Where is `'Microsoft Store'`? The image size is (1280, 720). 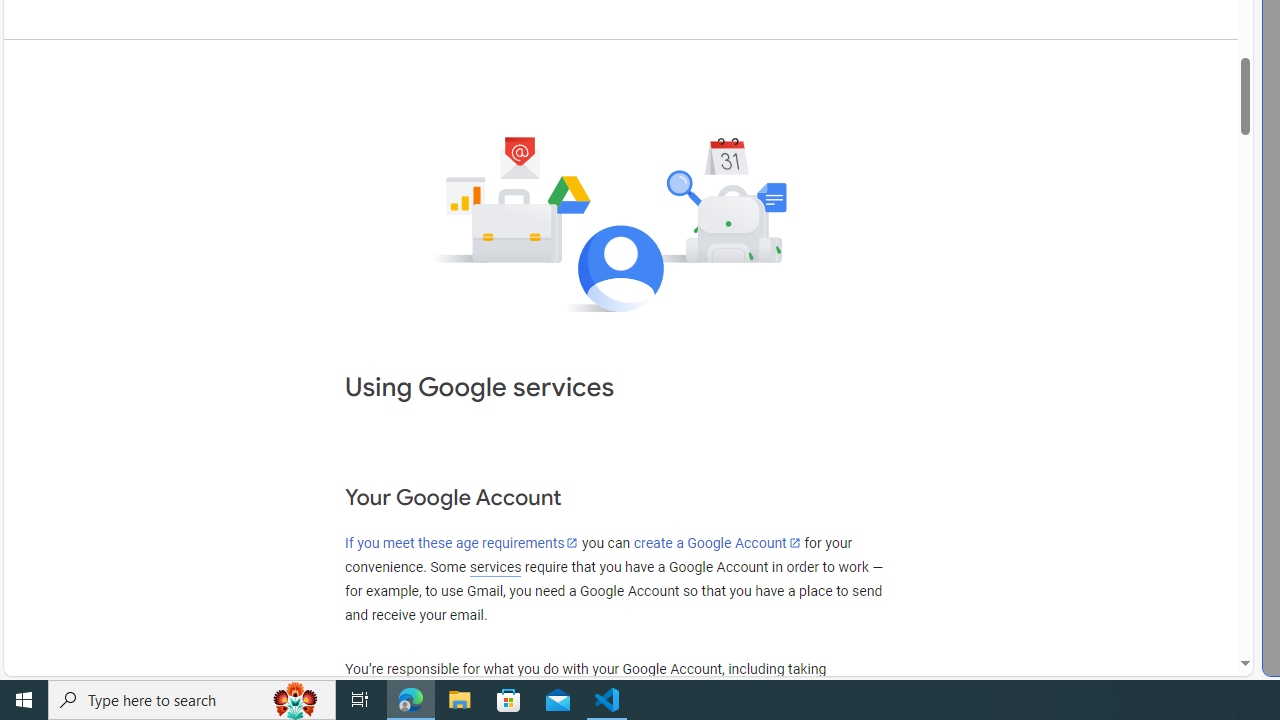 'Microsoft Store' is located at coordinates (509, 698).